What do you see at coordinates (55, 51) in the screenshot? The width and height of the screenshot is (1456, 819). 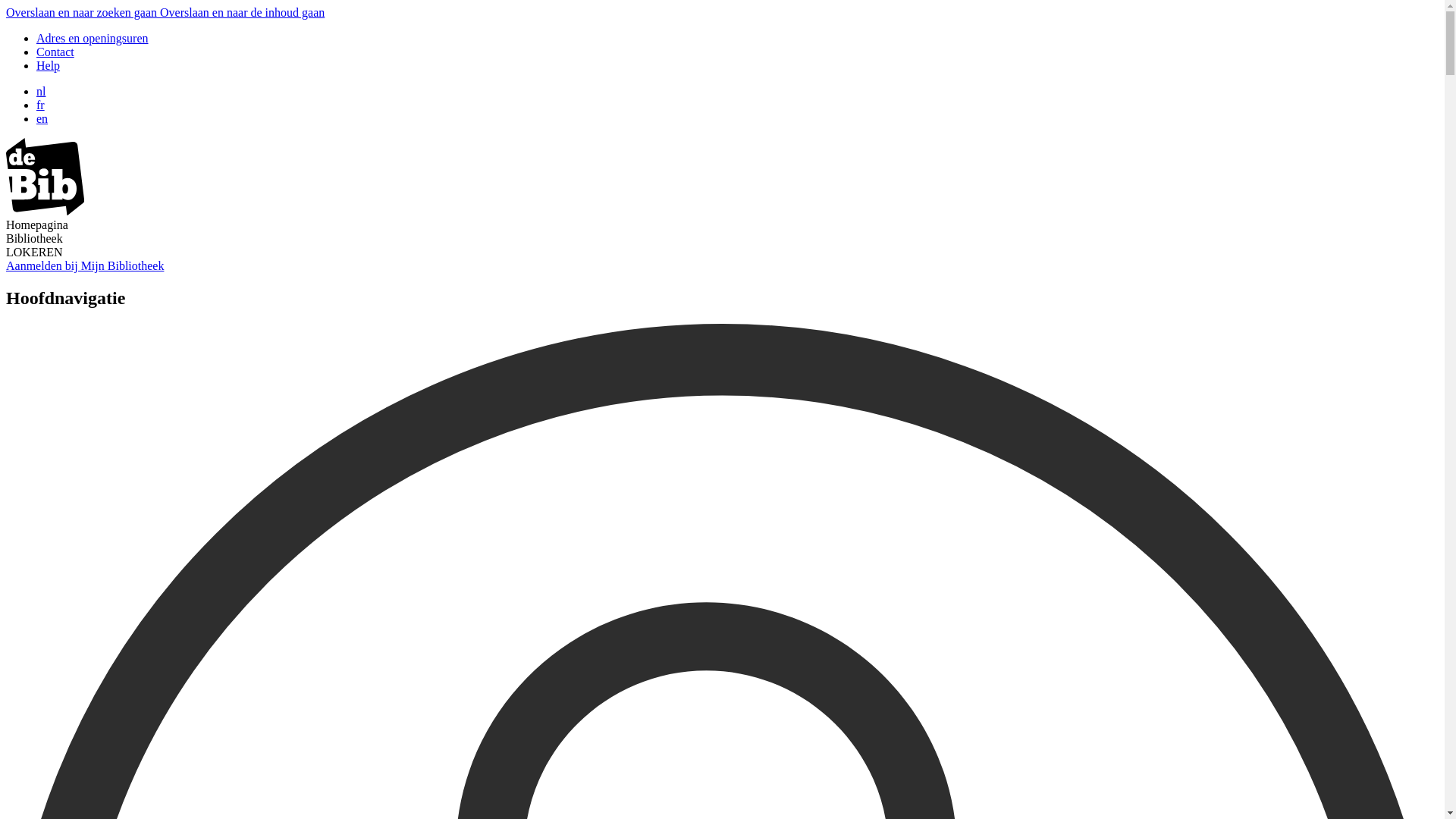 I see `'Contact'` at bounding box center [55, 51].